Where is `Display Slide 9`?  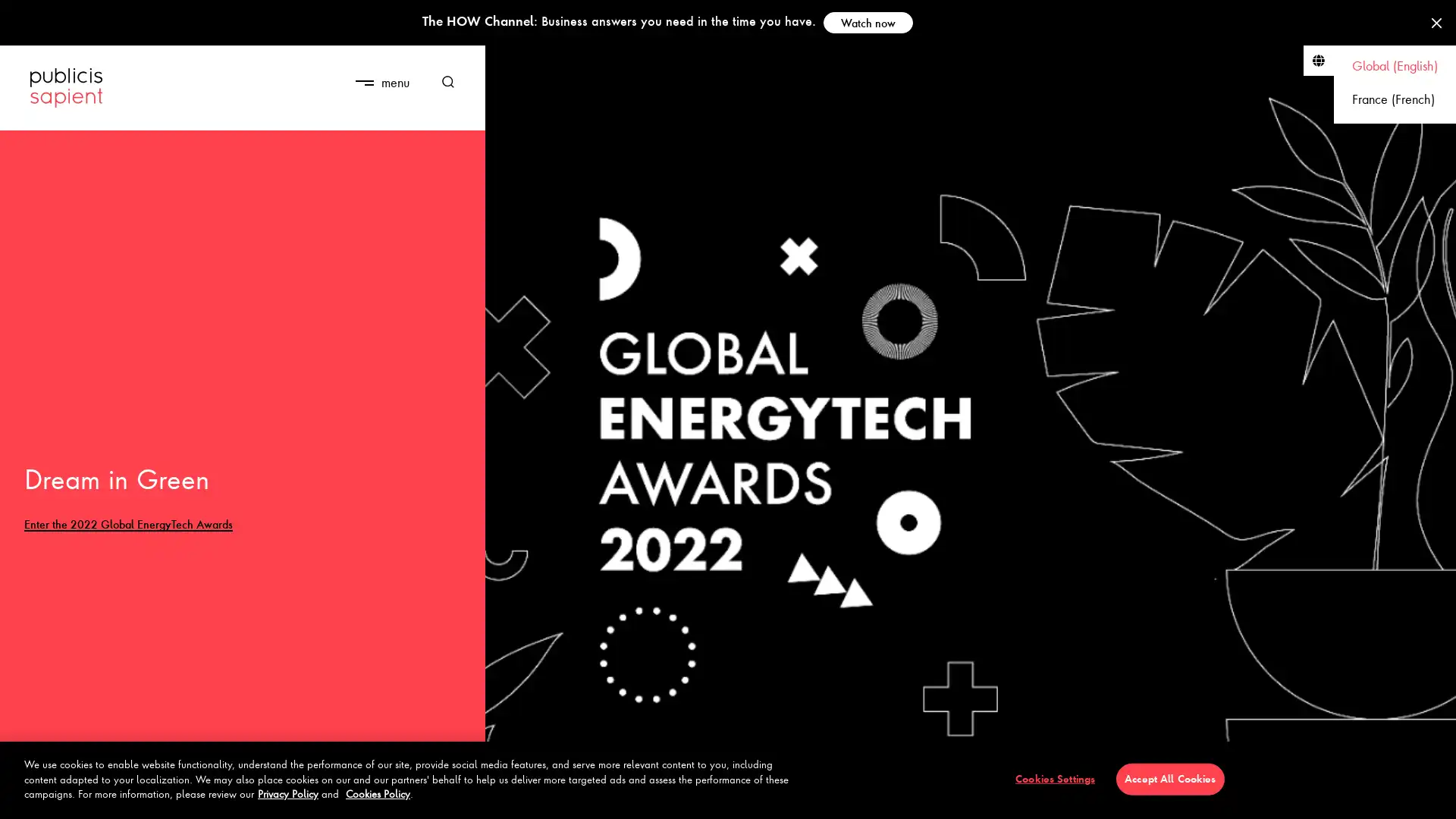 Display Slide 9 is located at coordinates (218, 798).